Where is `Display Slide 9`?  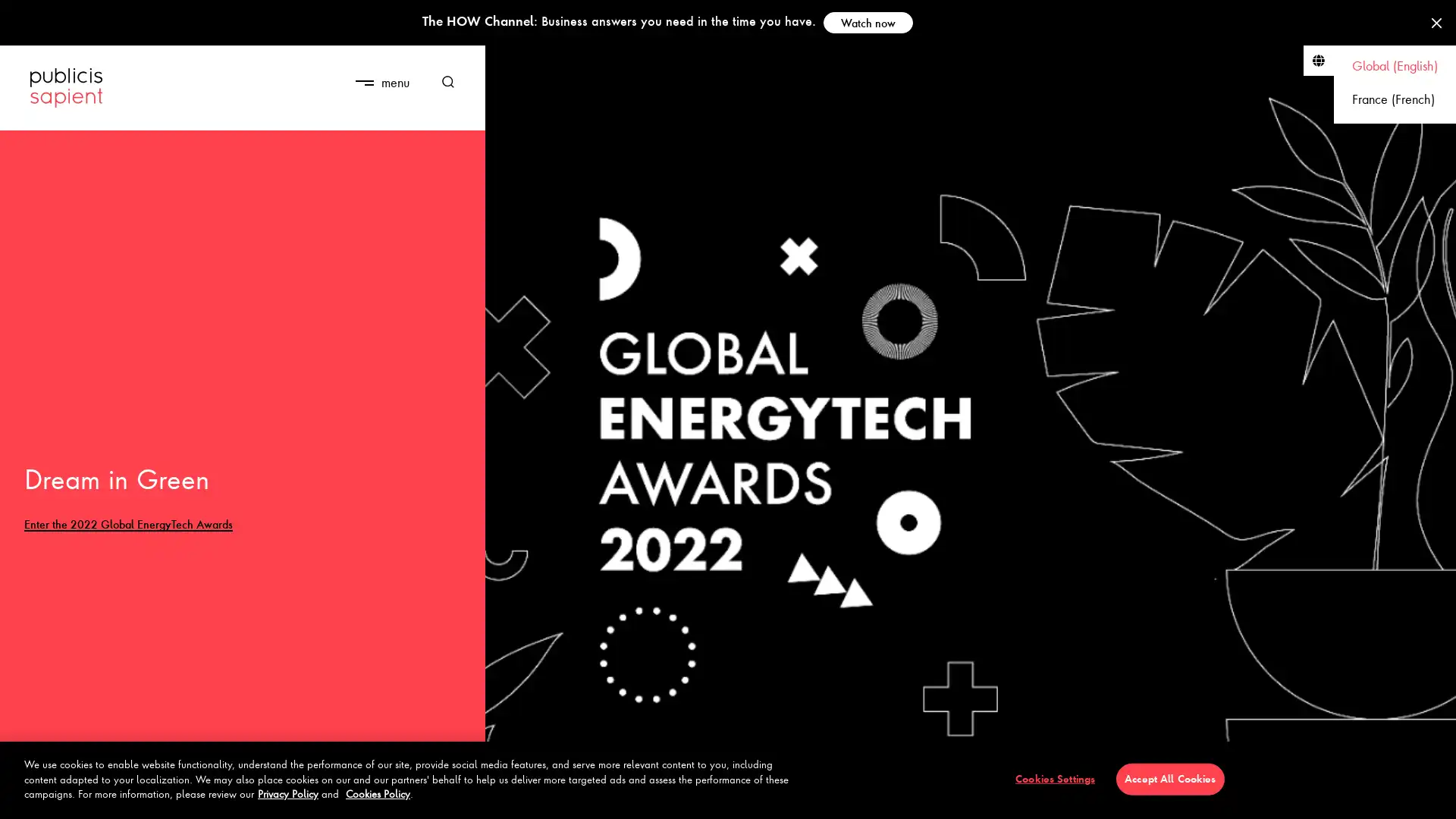 Display Slide 9 is located at coordinates (218, 798).